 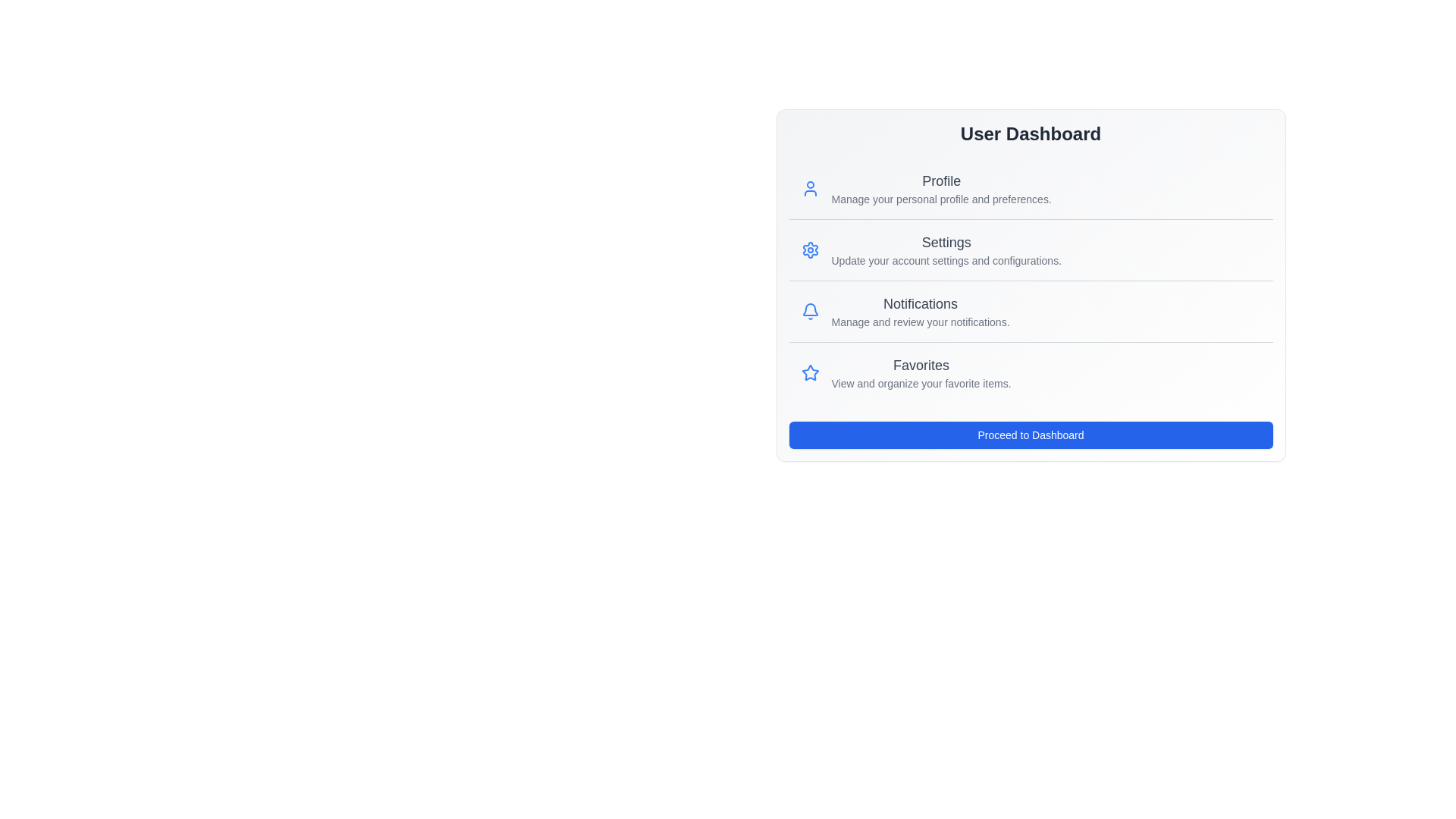 What do you see at coordinates (1031, 310) in the screenshot?
I see `the third menu item in the vertical list, titled 'Notifications', to highlight it` at bounding box center [1031, 310].